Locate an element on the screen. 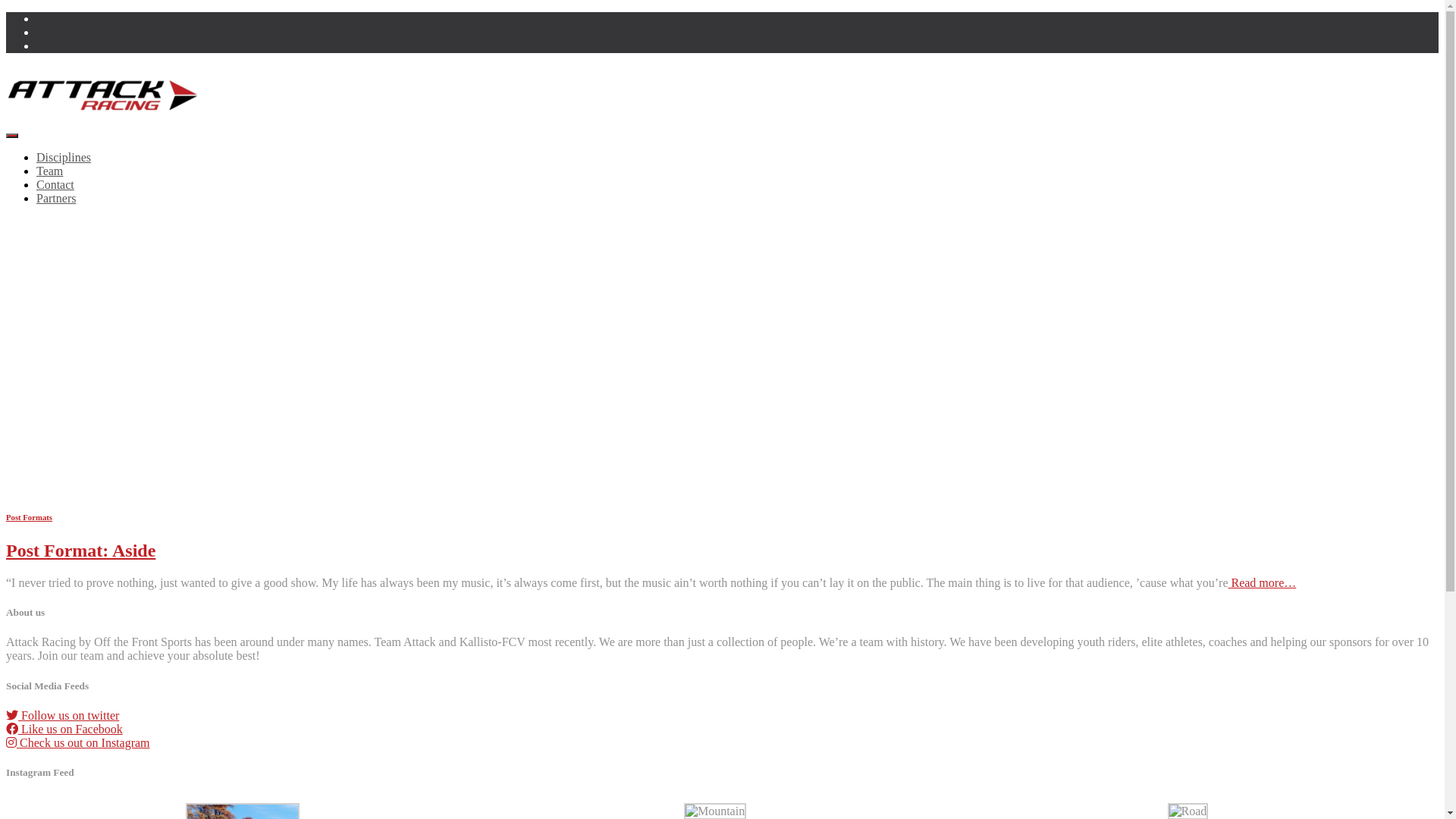 Image resolution: width=1456 pixels, height=819 pixels. 'Contact' is located at coordinates (55, 184).